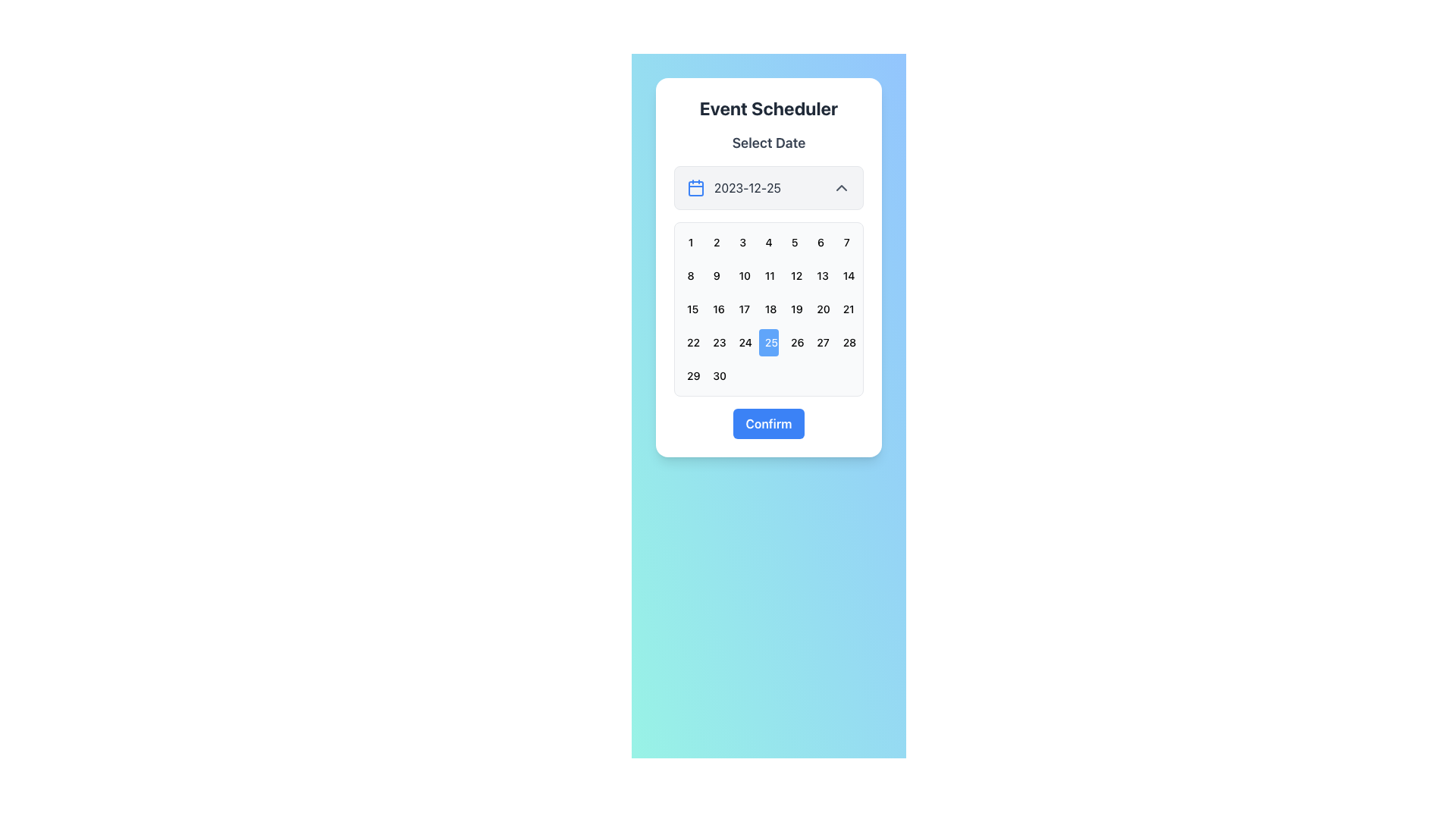 This screenshot has width=1456, height=819. I want to click on the square-shaped button containing the number '4' in the top row of the calendar grid to observe the hover effect, so click(768, 242).